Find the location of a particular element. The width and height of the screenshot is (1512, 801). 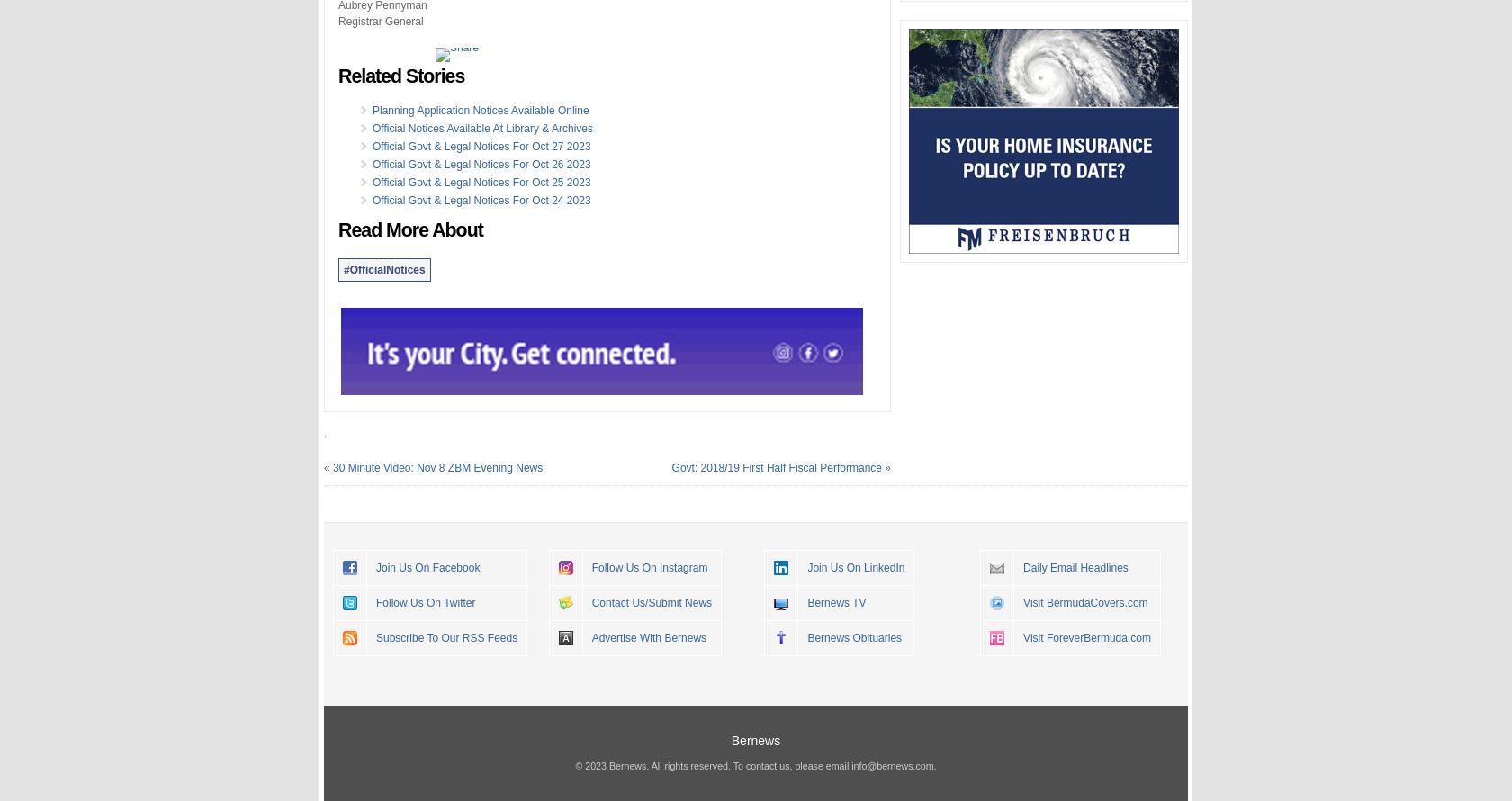

'Bernews Obituaries' is located at coordinates (854, 635).